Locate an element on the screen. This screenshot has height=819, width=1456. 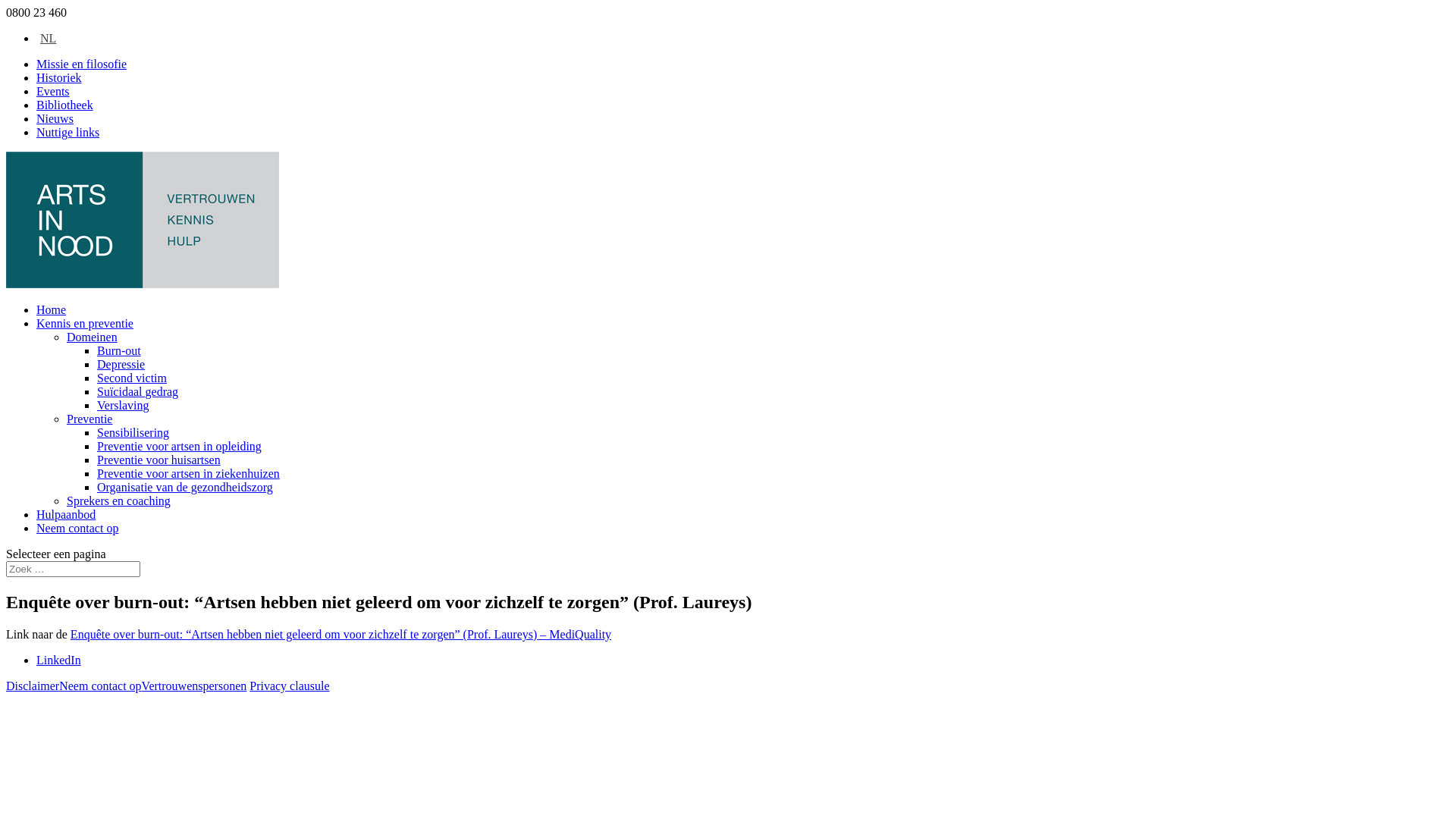
'Preventie voor huisartsen' is located at coordinates (96, 459).